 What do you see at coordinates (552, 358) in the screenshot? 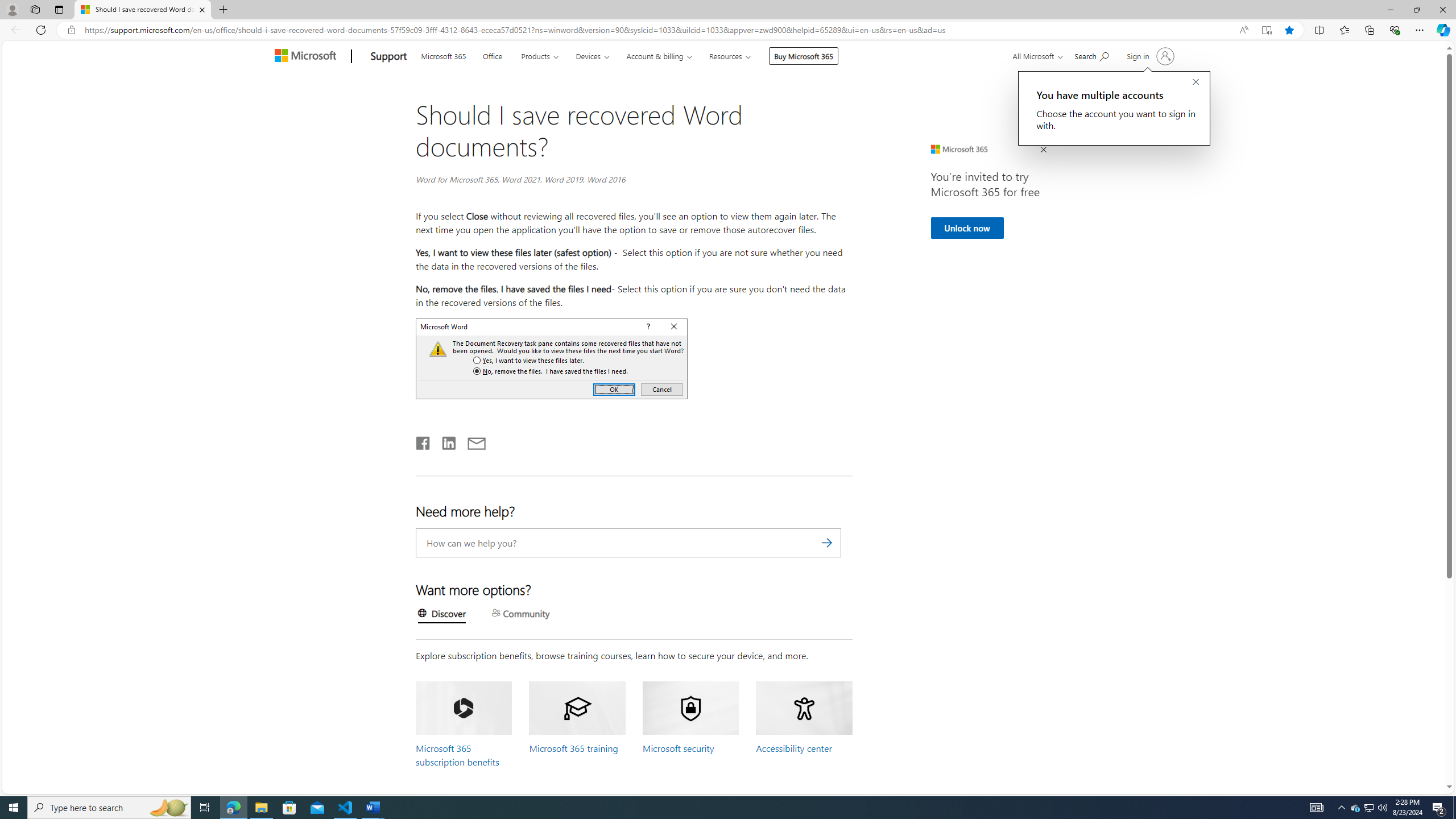
I see `'Save document recovery dialog'` at bounding box center [552, 358].